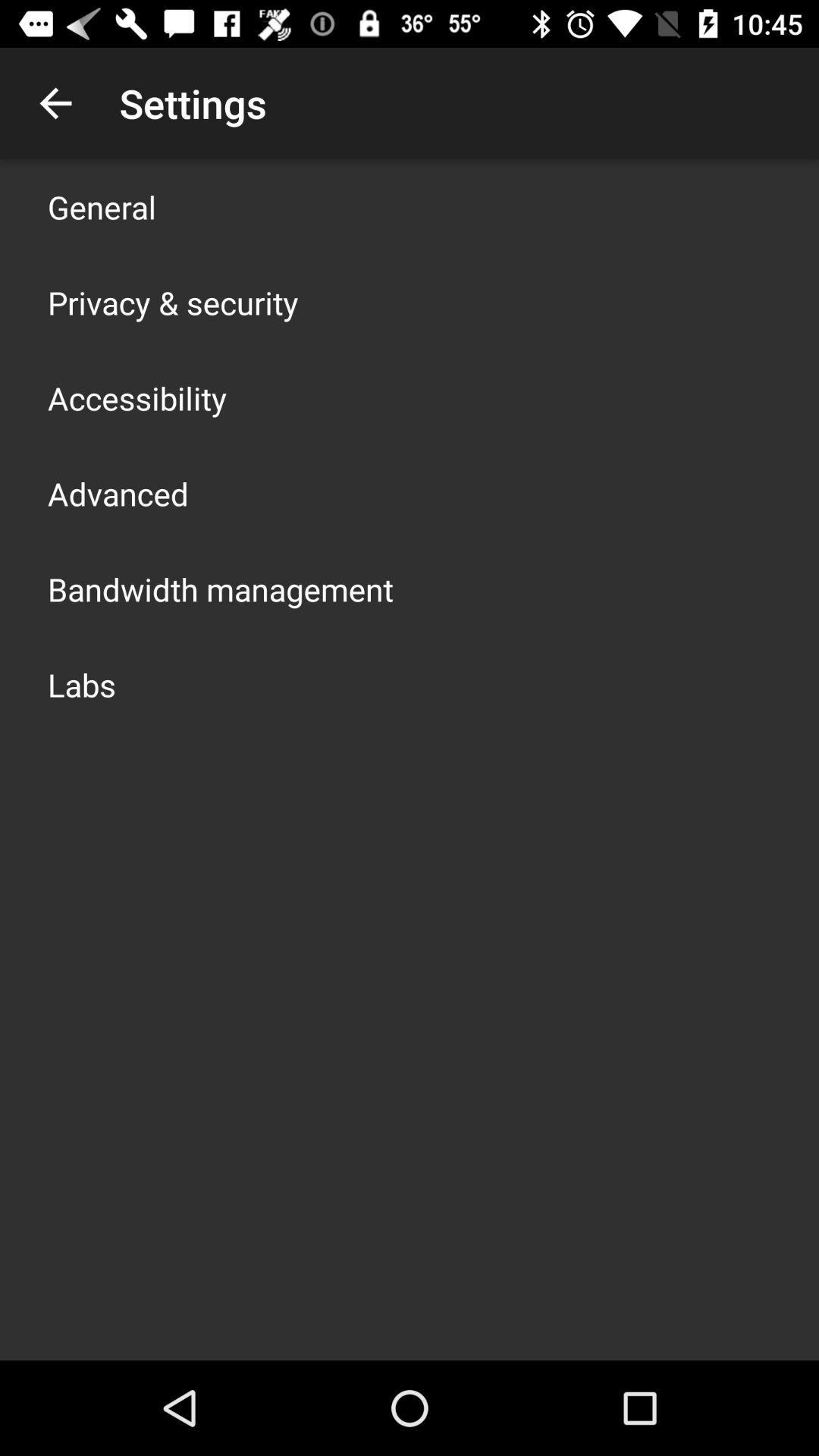  Describe the element at coordinates (55, 102) in the screenshot. I see `icon next to the settings item` at that location.